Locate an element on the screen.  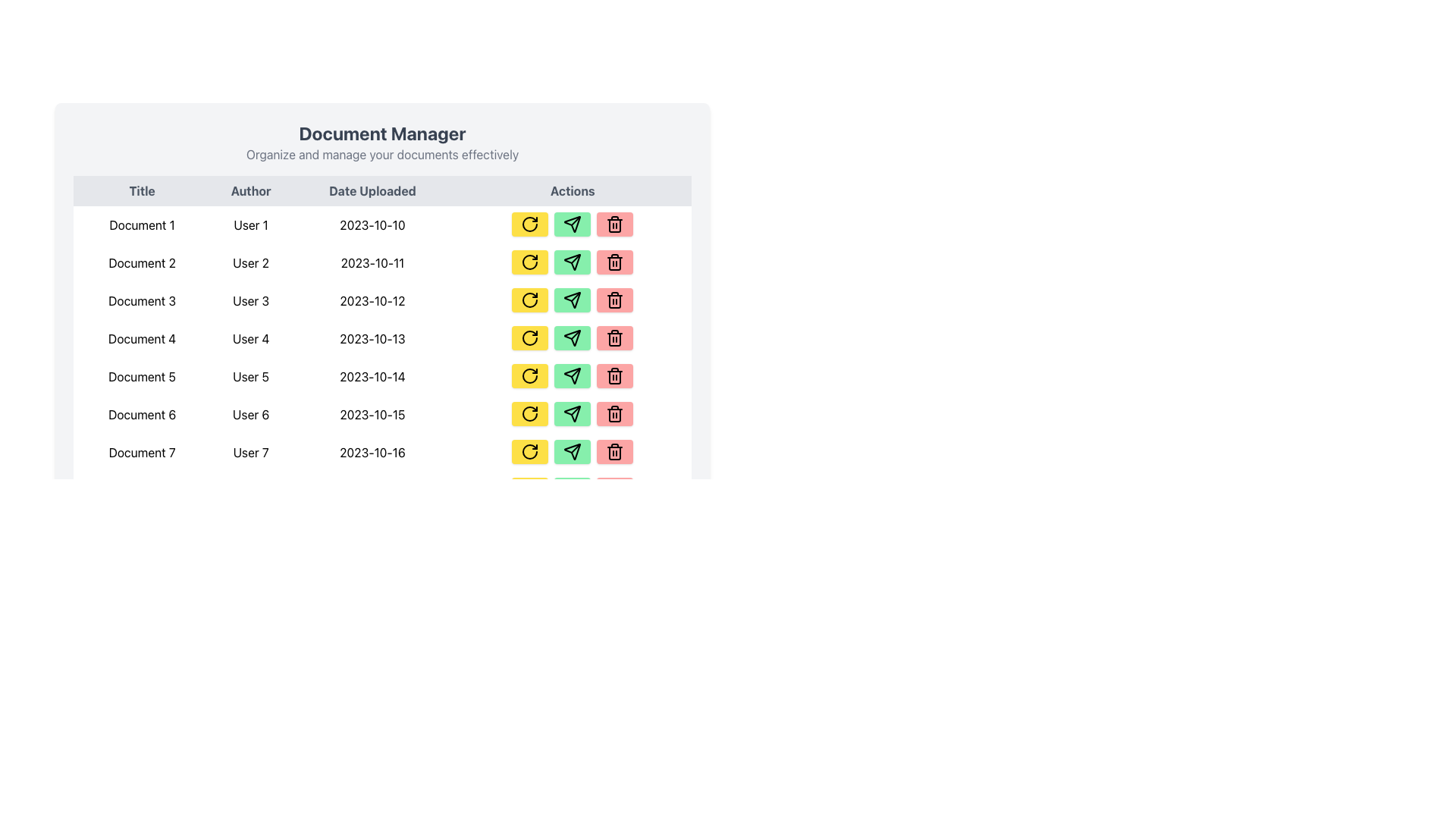
the paper airplane icon button located in the 'Actions' column for 'Document 3' uploaded on '2023-10-12' is located at coordinates (572, 300).